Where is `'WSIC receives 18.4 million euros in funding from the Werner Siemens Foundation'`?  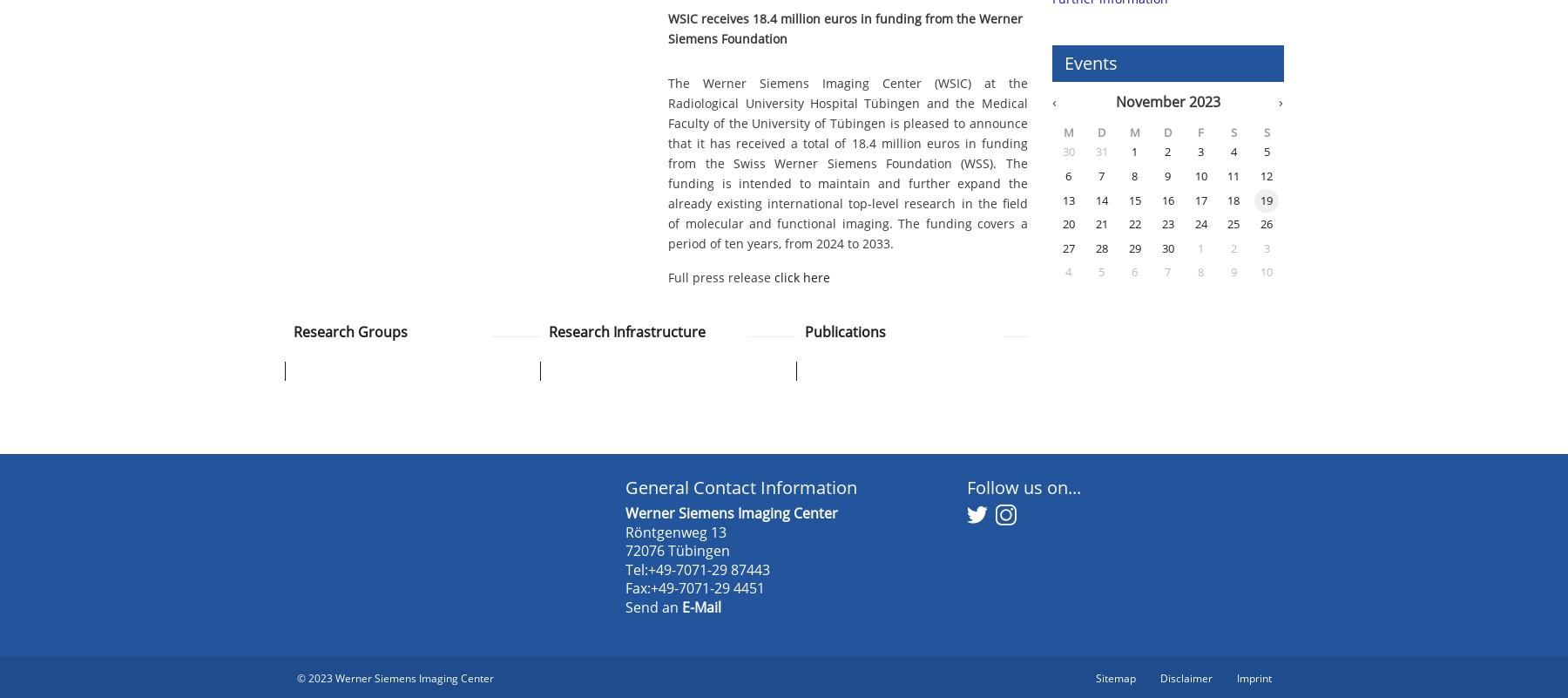 'WSIC receives 18.4 million euros in funding from the Werner Siemens Foundation' is located at coordinates (844, 29).